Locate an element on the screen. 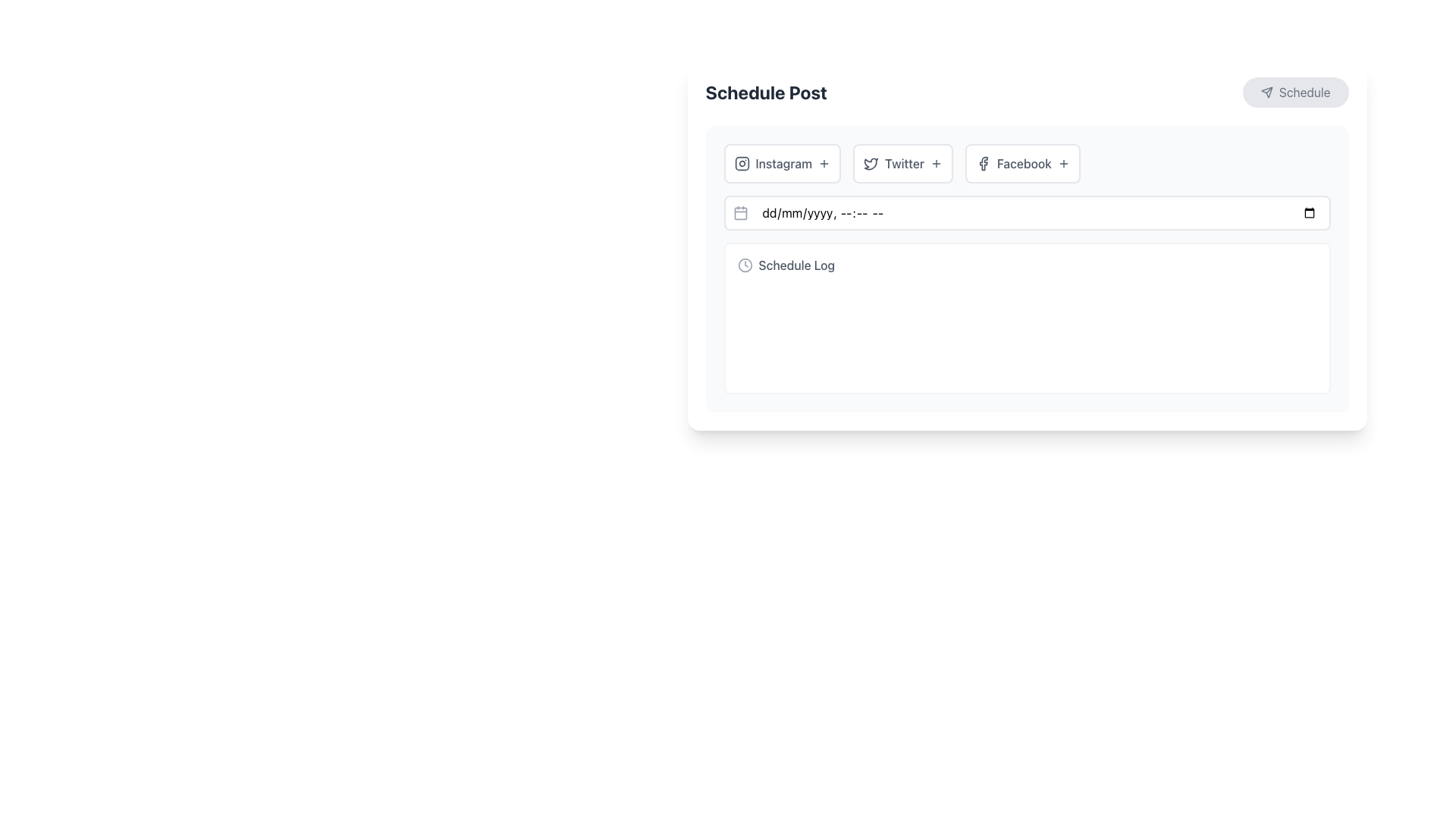 This screenshot has width=1456, height=819. the Instagram button, which is the first button in a horizontal row and features the Instagram logo and a plus icon, to interact with it is located at coordinates (782, 164).